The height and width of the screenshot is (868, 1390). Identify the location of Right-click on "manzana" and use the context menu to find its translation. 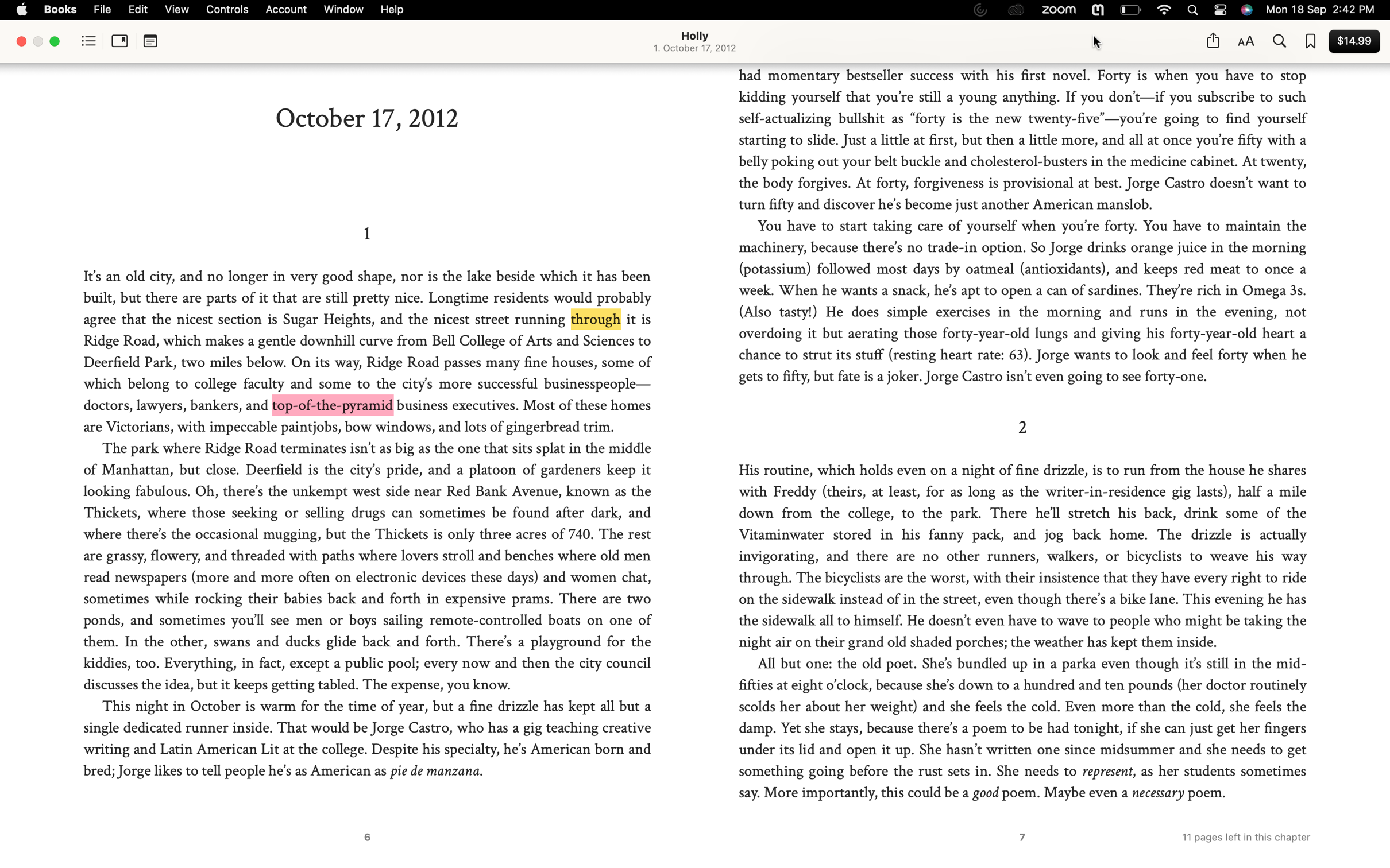
(477, 770).